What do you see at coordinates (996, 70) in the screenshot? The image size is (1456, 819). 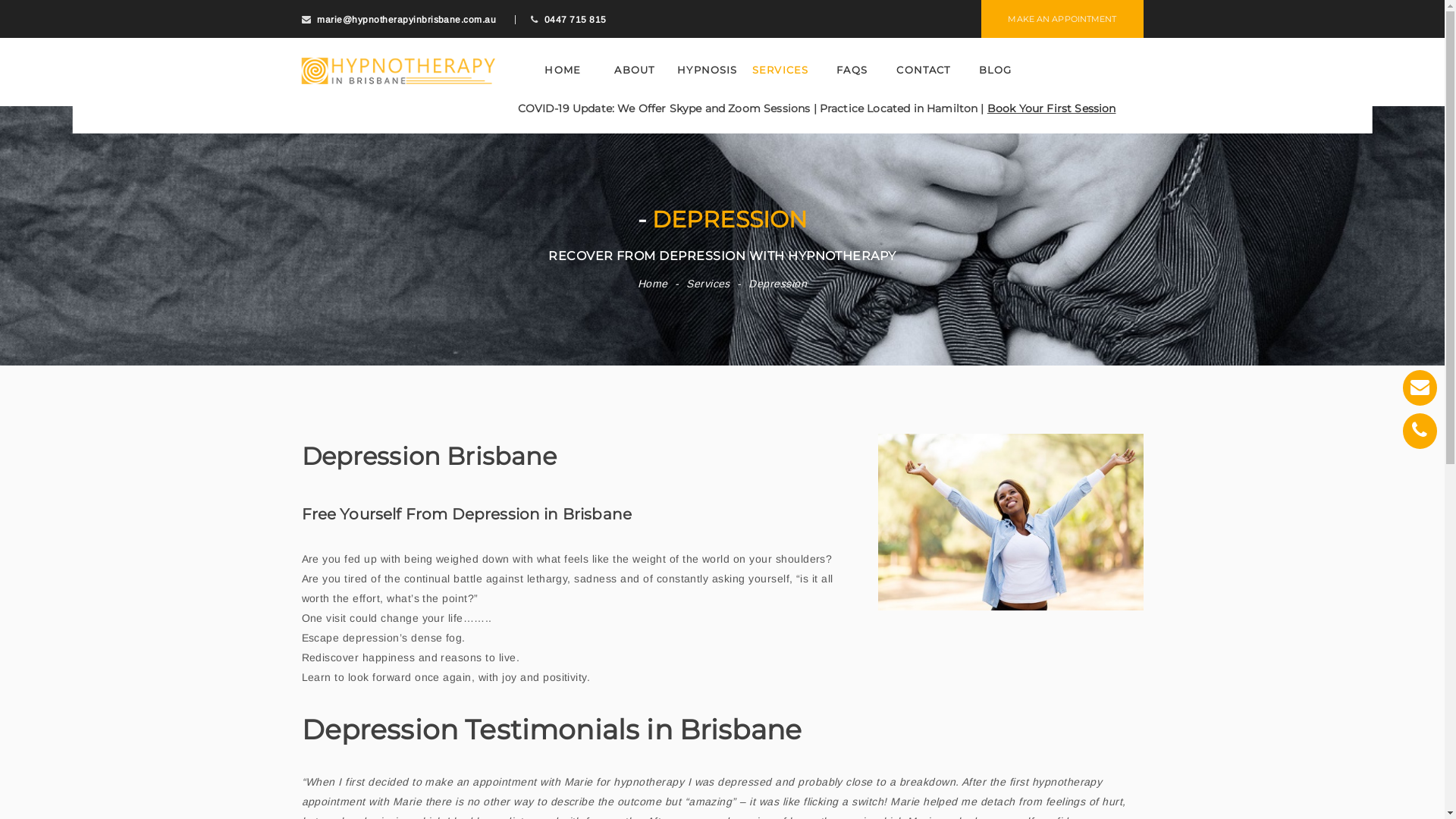 I see `'BLOG'` at bounding box center [996, 70].